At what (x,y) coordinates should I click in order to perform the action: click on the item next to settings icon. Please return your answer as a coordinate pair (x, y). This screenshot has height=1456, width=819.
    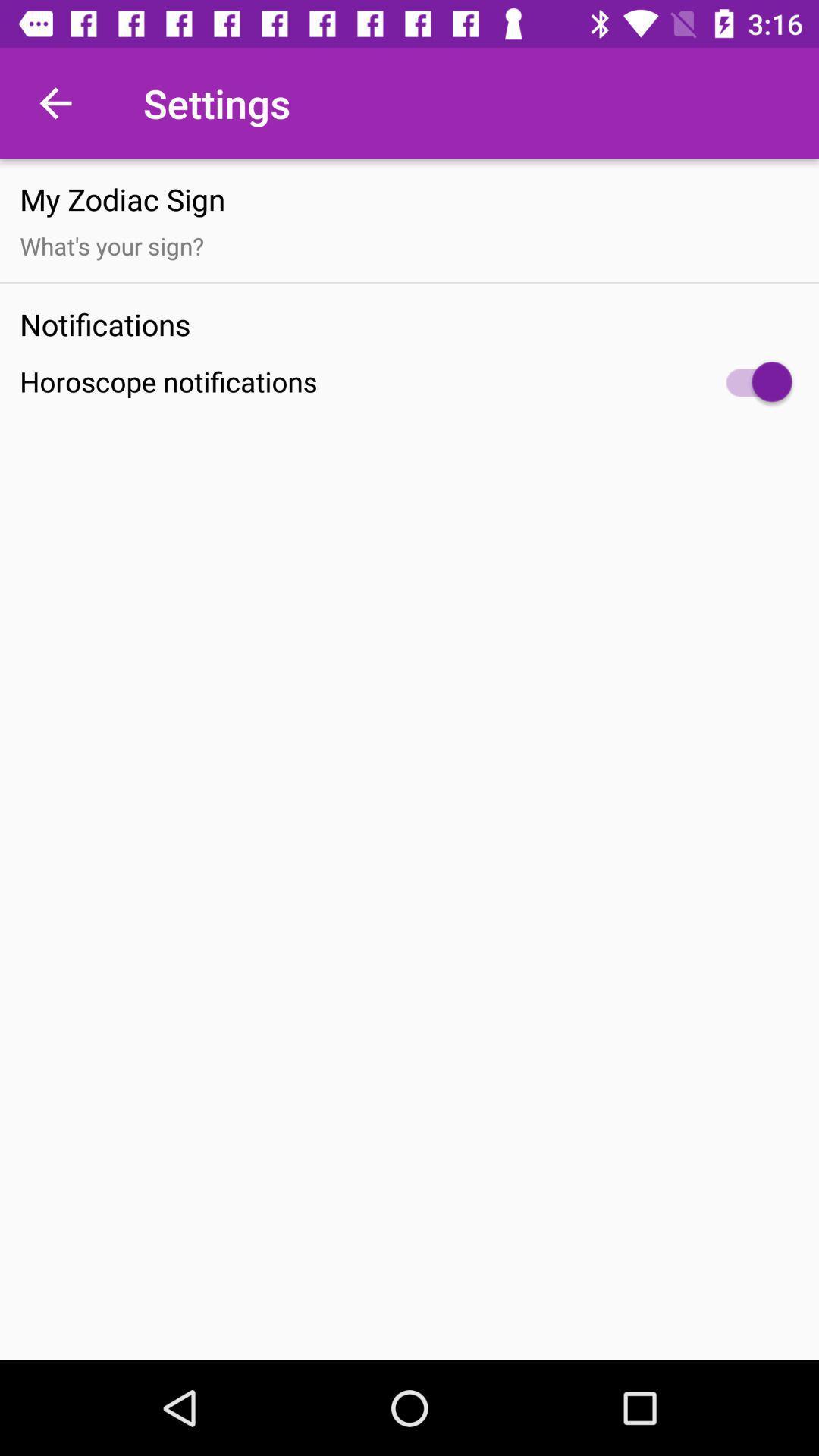
    Looking at the image, I should click on (55, 102).